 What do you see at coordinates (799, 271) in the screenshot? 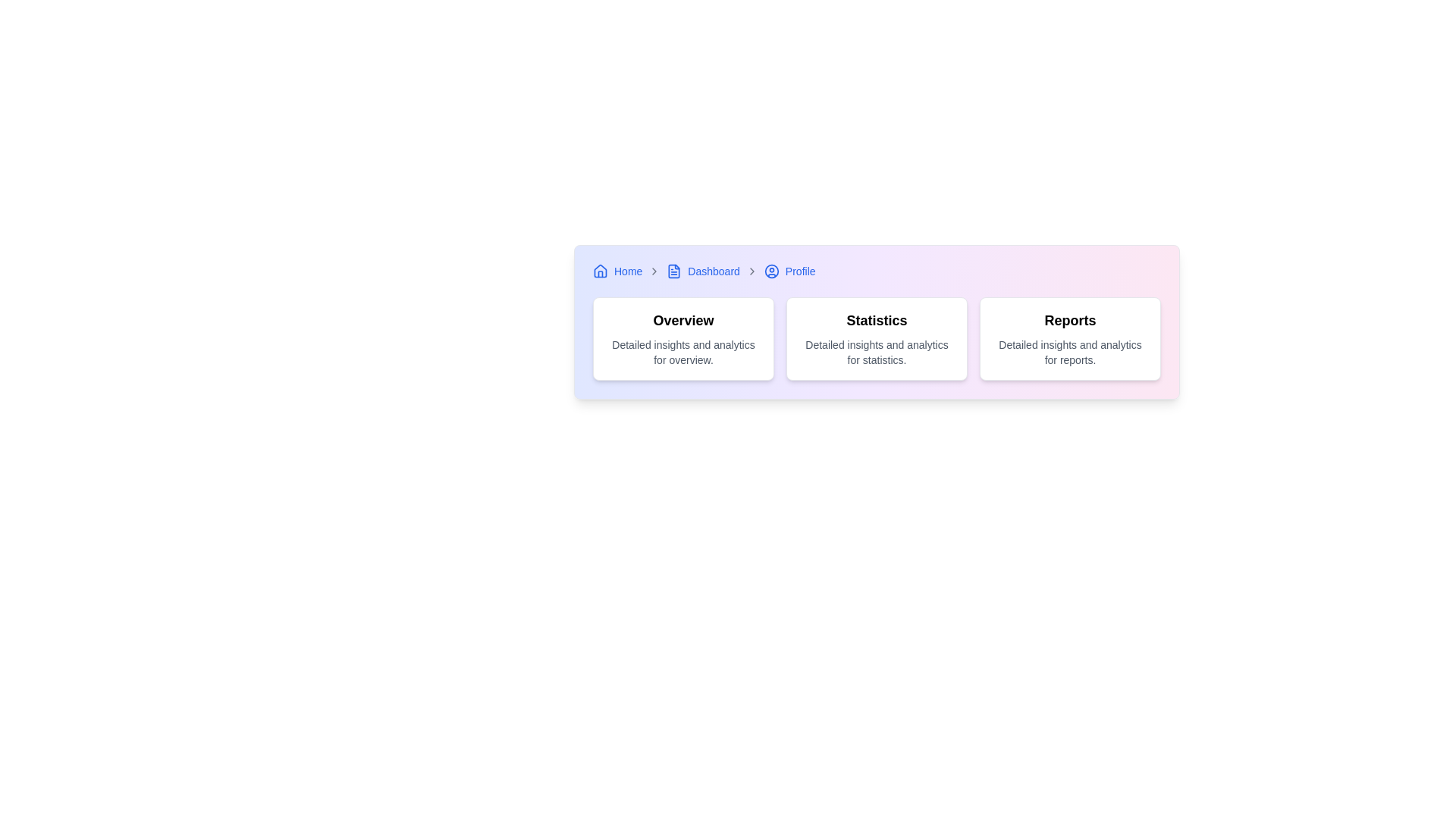
I see `the text link in the top-right corner of the navigation bar to underline it, which redirects to the '/profile' page` at bounding box center [799, 271].